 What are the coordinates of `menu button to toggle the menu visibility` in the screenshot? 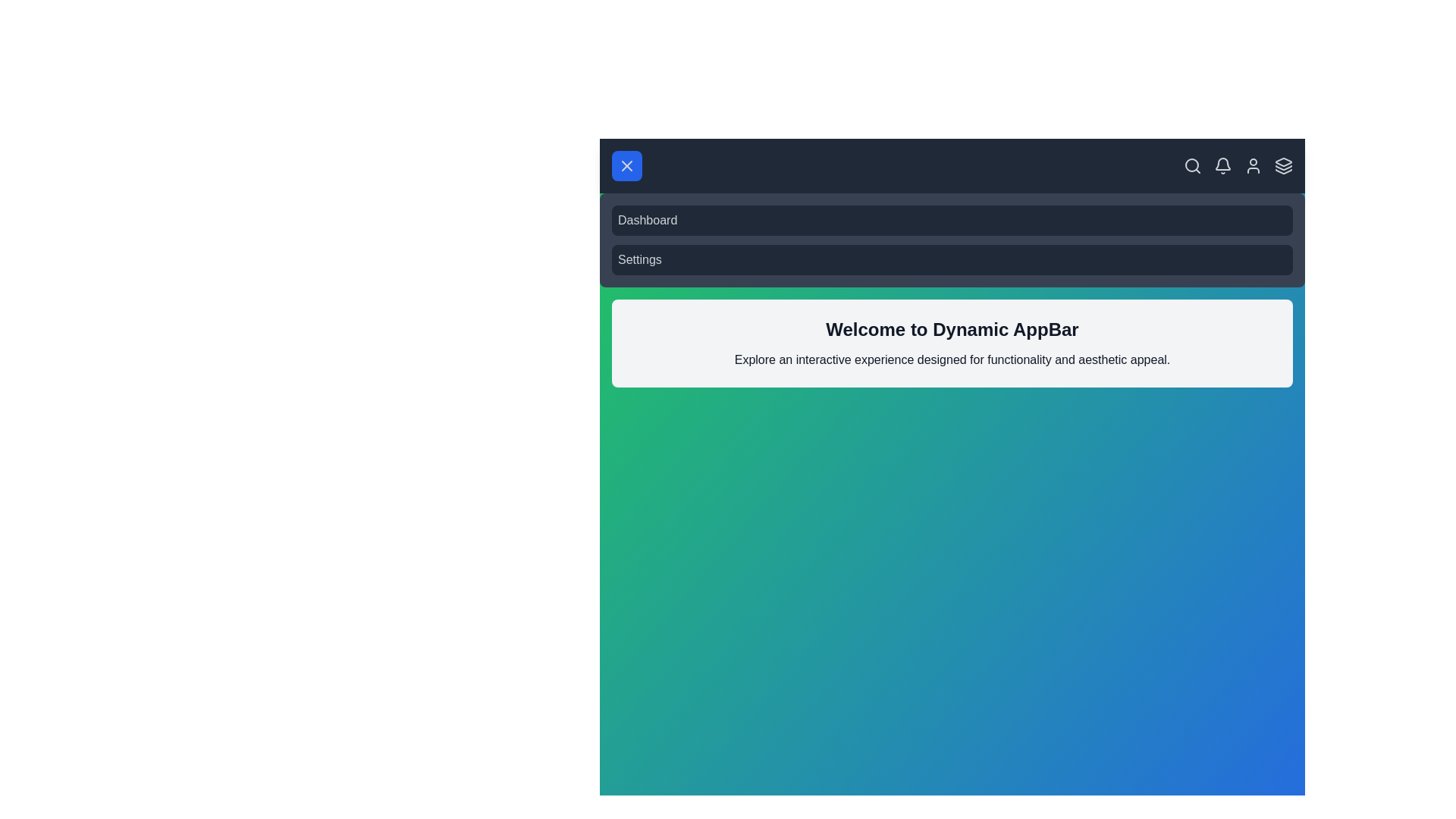 It's located at (626, 166).